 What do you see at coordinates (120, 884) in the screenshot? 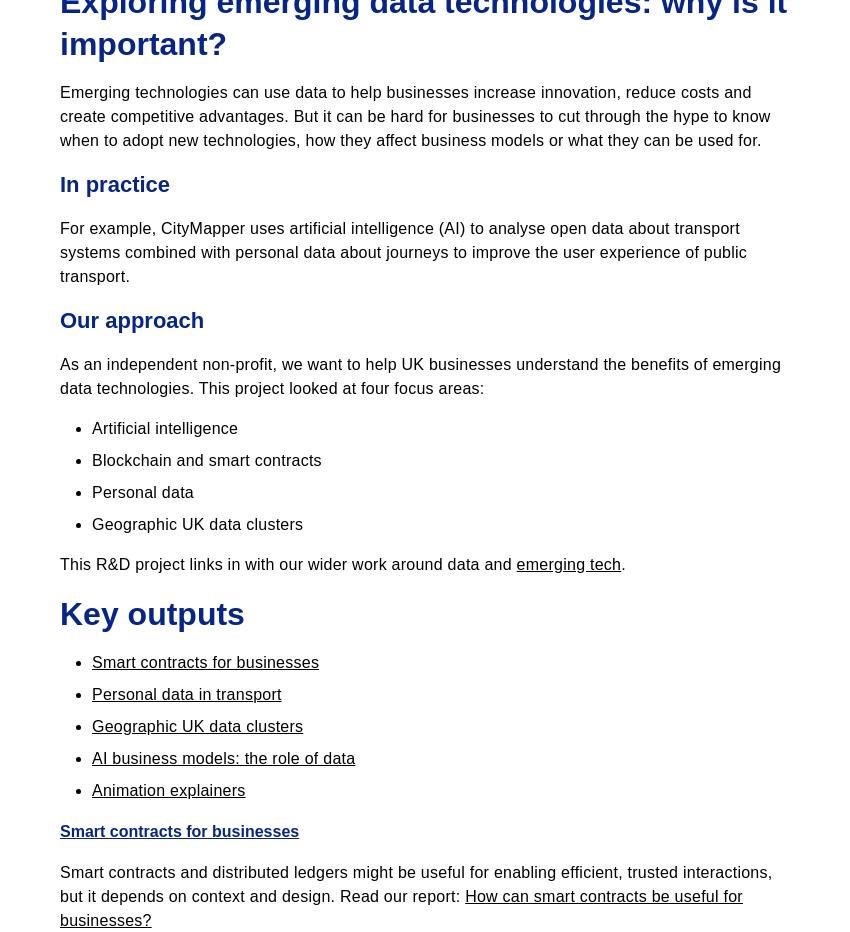
I see `'Press and media'` at bounding box center [120, 884].